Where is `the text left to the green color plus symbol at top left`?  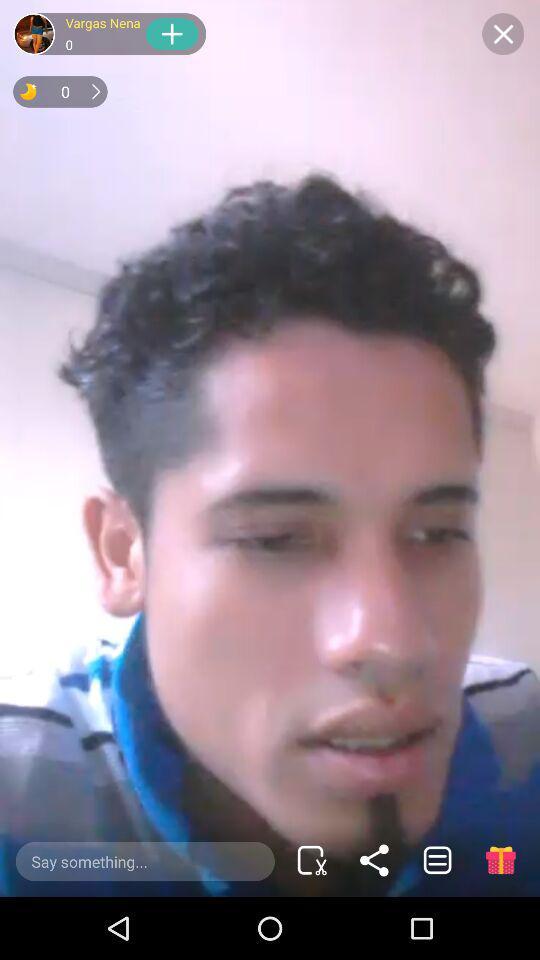 the text left to the green color plus symbol at top left is located at coordinates (103, 32).